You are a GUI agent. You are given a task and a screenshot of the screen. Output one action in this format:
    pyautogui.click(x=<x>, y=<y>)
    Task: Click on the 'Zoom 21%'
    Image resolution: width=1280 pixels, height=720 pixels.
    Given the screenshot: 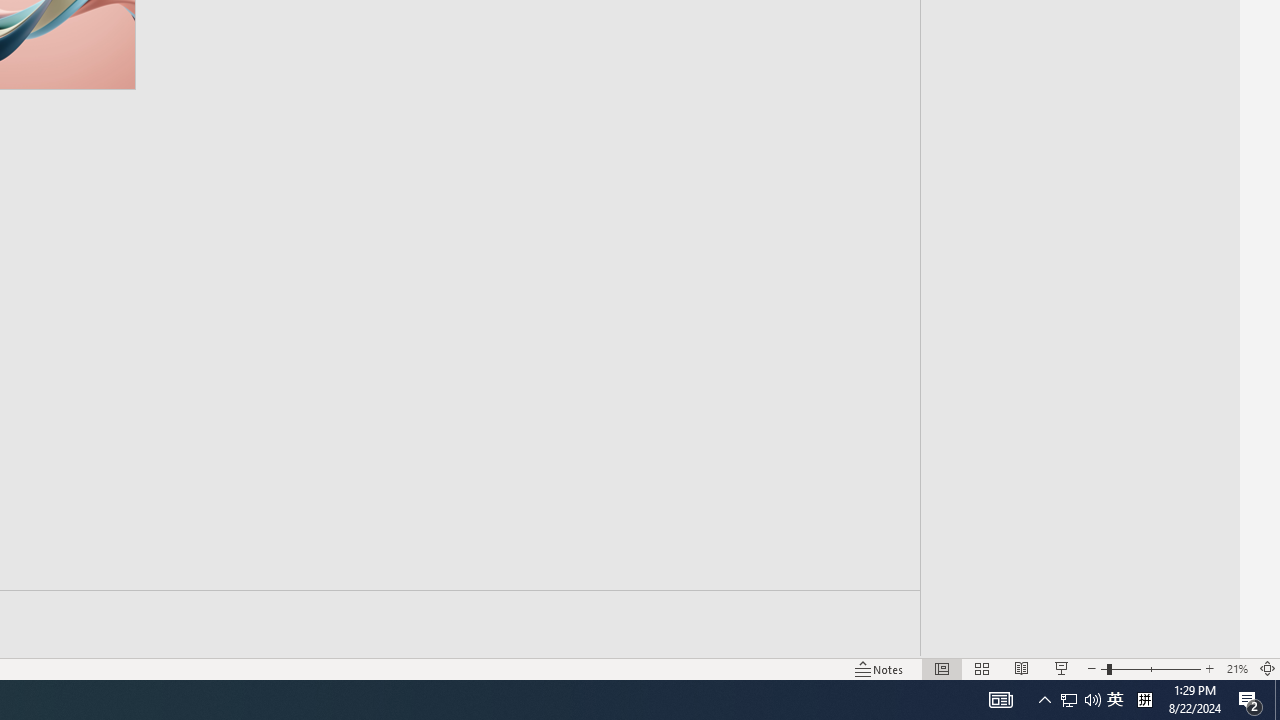 What is the action you would take?
    pyautogui.click(x=1236, y=669)
    